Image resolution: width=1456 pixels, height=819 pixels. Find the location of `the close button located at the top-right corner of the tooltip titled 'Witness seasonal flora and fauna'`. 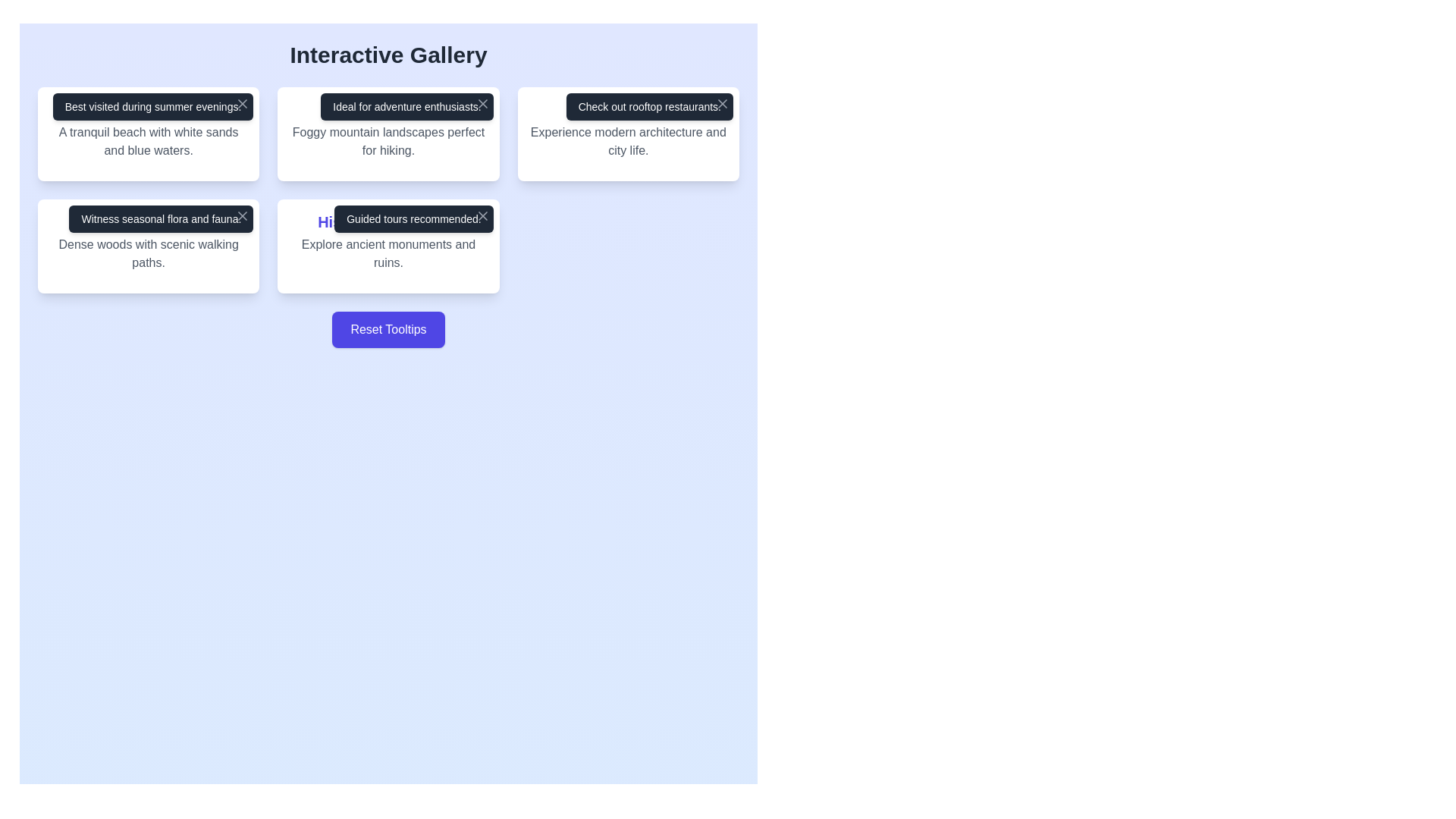

the close button located at the top-right corner of the tooltip titled 'Witness seasonal flora and fauna' is located at coordinates (243, 216).